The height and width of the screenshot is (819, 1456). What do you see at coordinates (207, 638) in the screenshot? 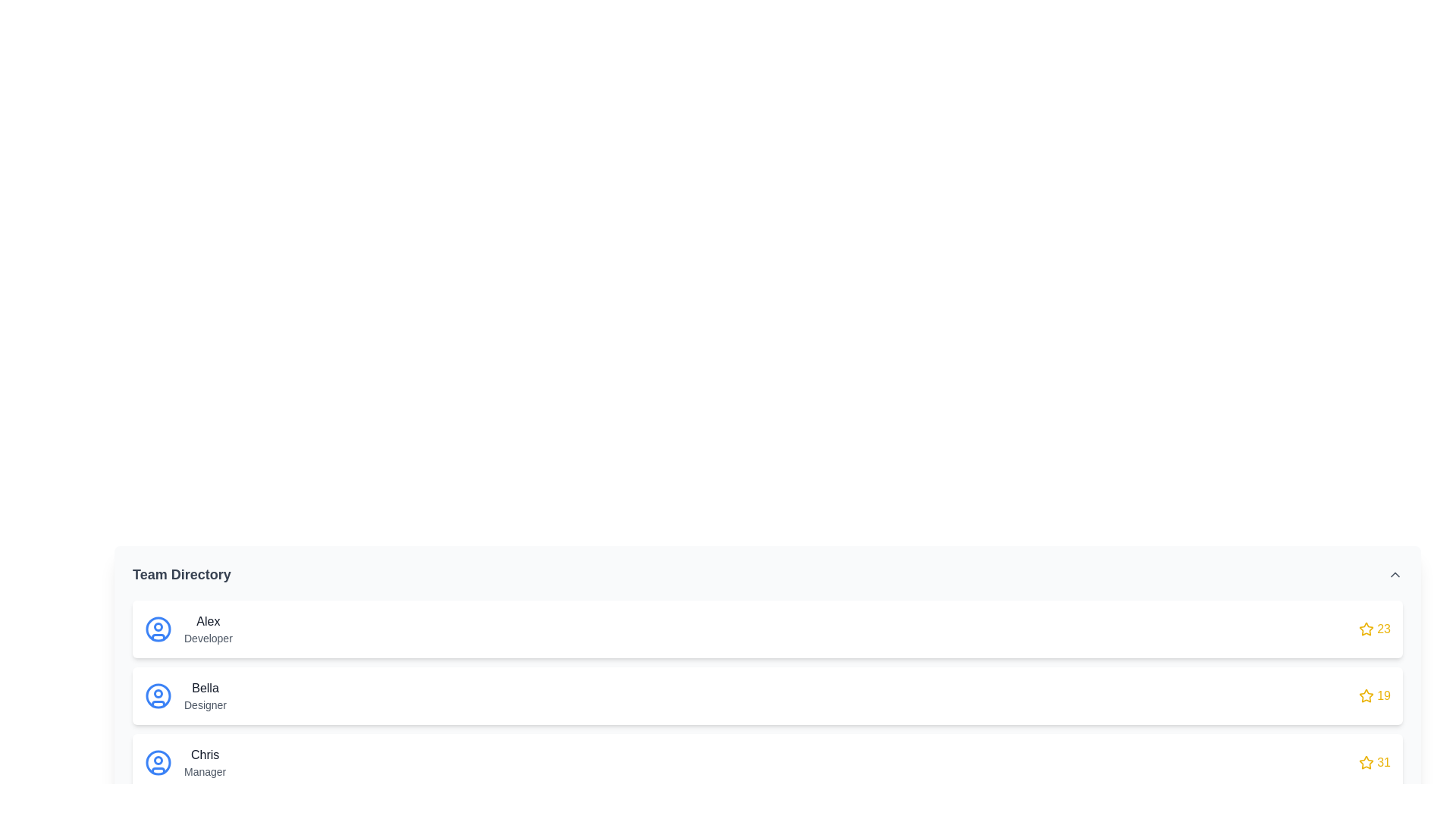
I see `static text label displaying 'Developer' located directly beneath 'Alex' in the 'Team Directory' section` at bounding box center [207, 638].